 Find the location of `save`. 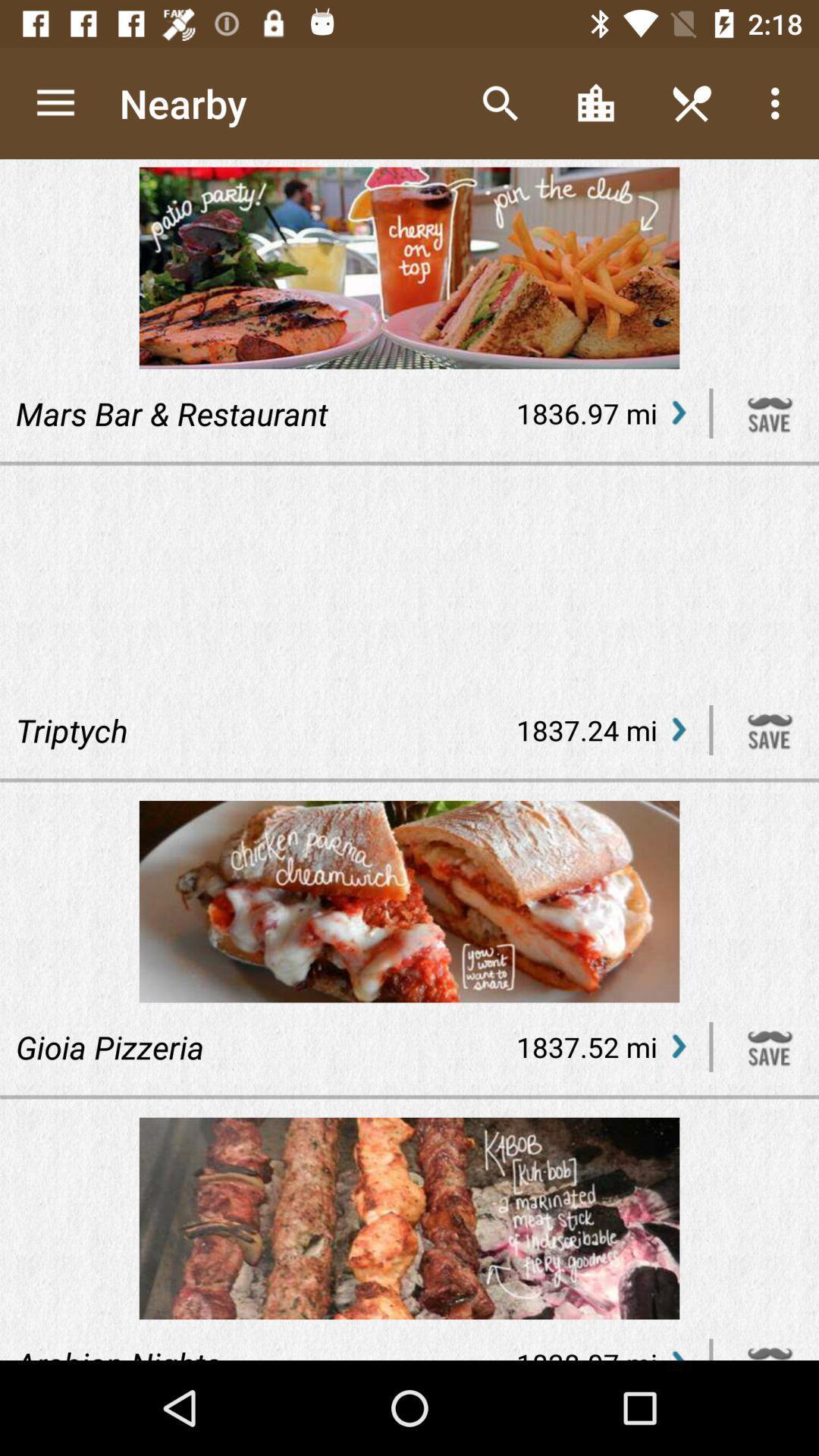

save is located at coordinates (770, 1046).